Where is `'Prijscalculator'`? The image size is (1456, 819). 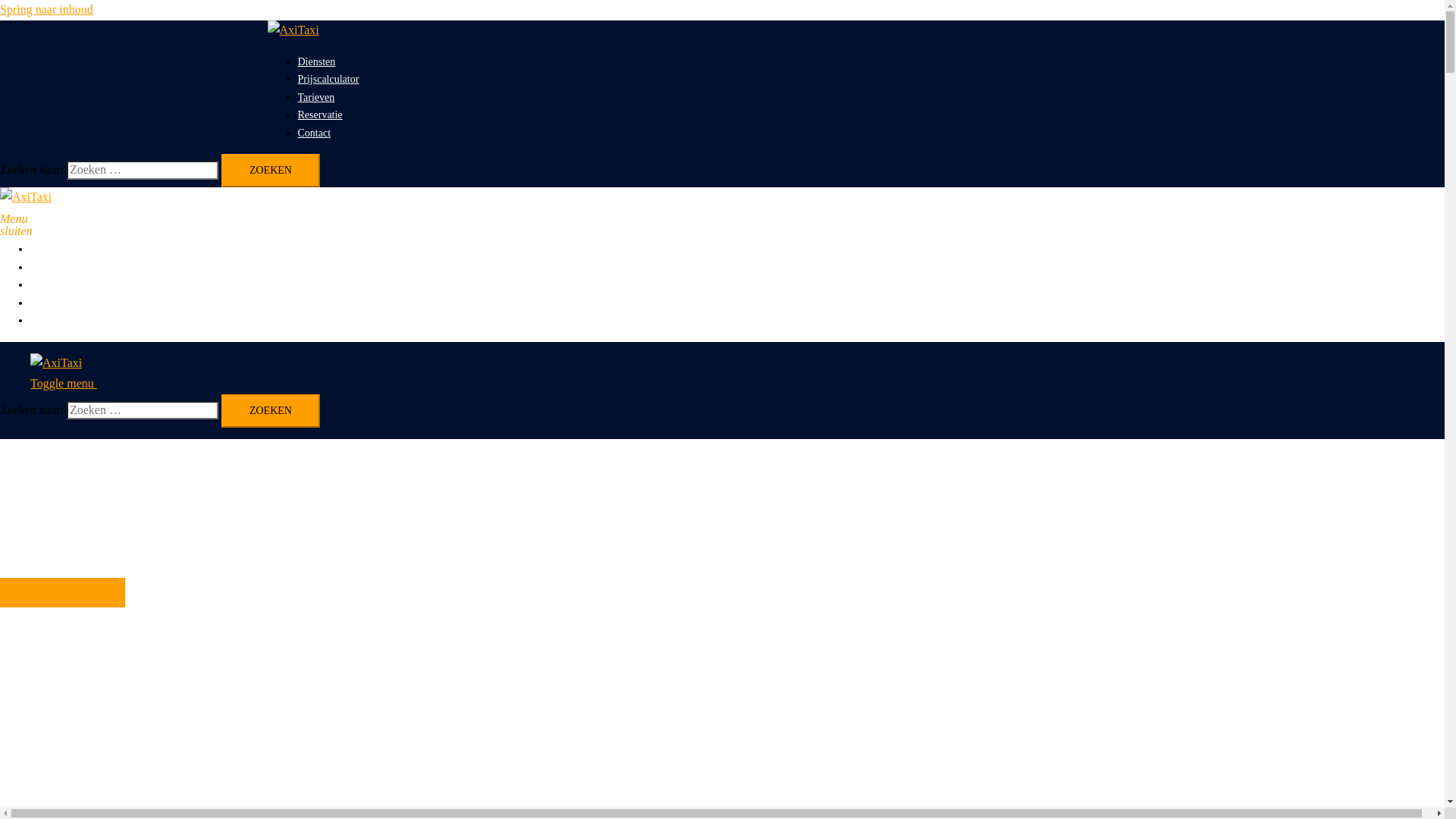
'Prijscalculator' is located at coordinates (327, 79).